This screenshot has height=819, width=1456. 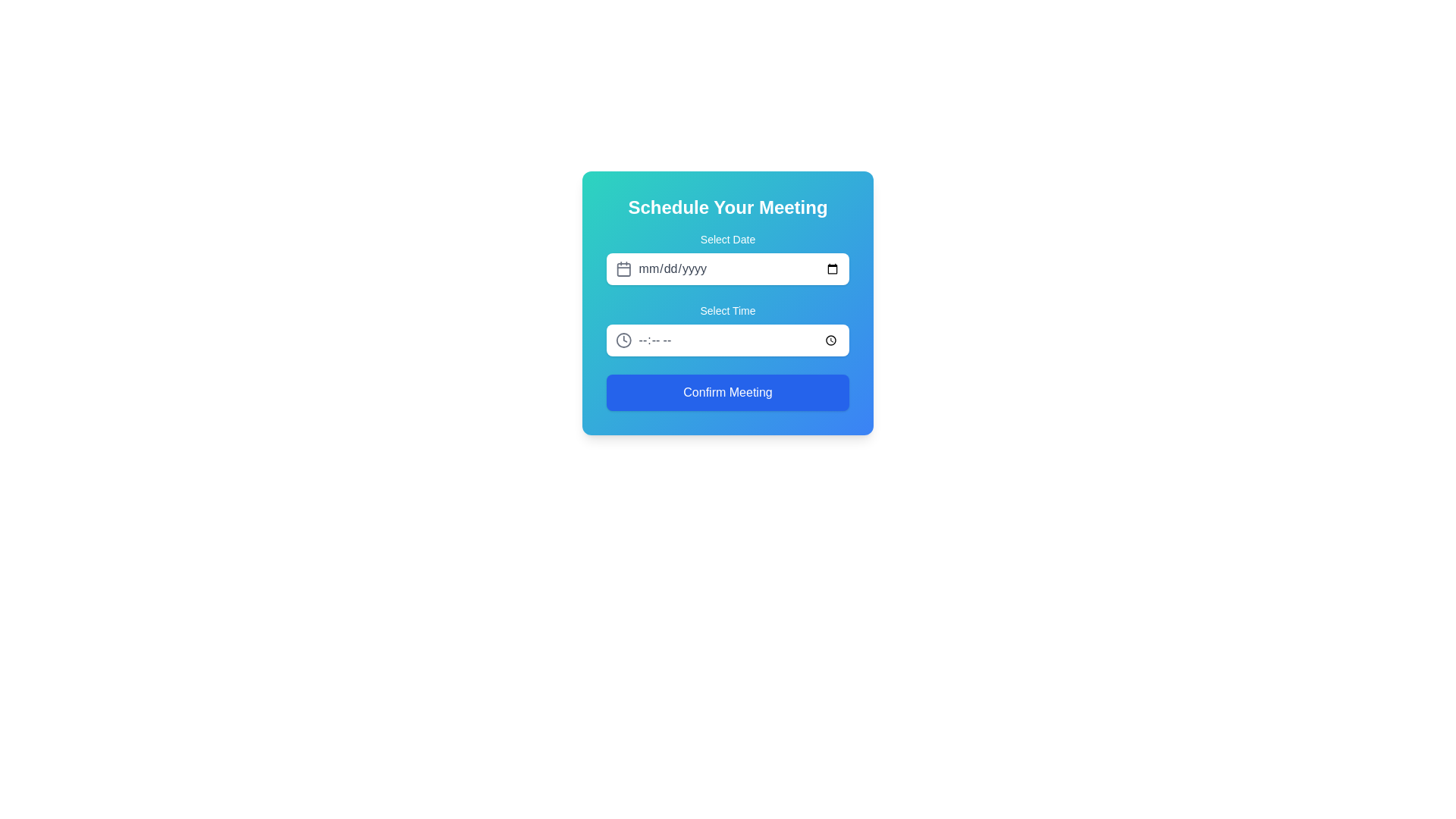 What do you see at coordinates (728, 309) in the screenshot?
I see `the label for the time input field located below the 'Select Date' label in the scheduling interface` at bounding box center [728, 309].